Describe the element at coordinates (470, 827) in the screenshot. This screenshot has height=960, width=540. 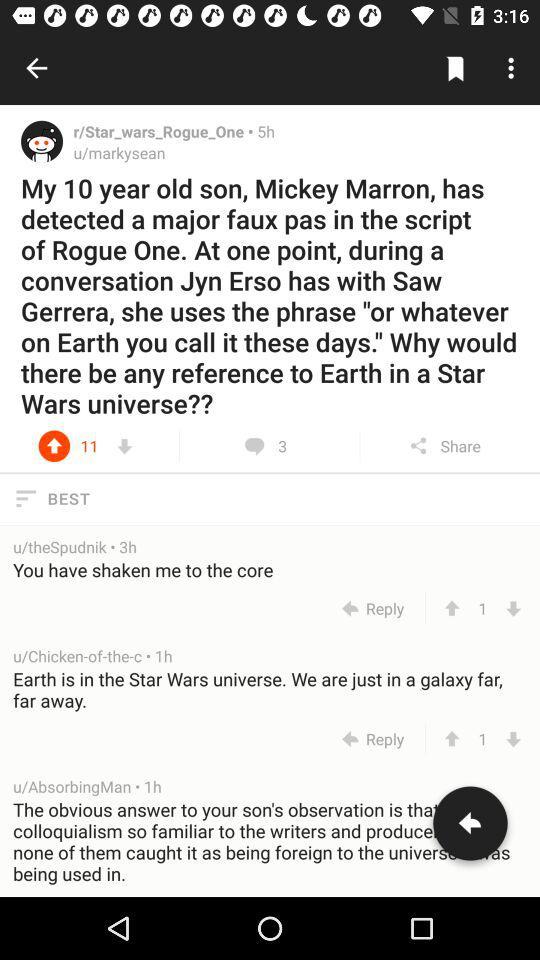
I see `the arrow_backward icon` at that location.